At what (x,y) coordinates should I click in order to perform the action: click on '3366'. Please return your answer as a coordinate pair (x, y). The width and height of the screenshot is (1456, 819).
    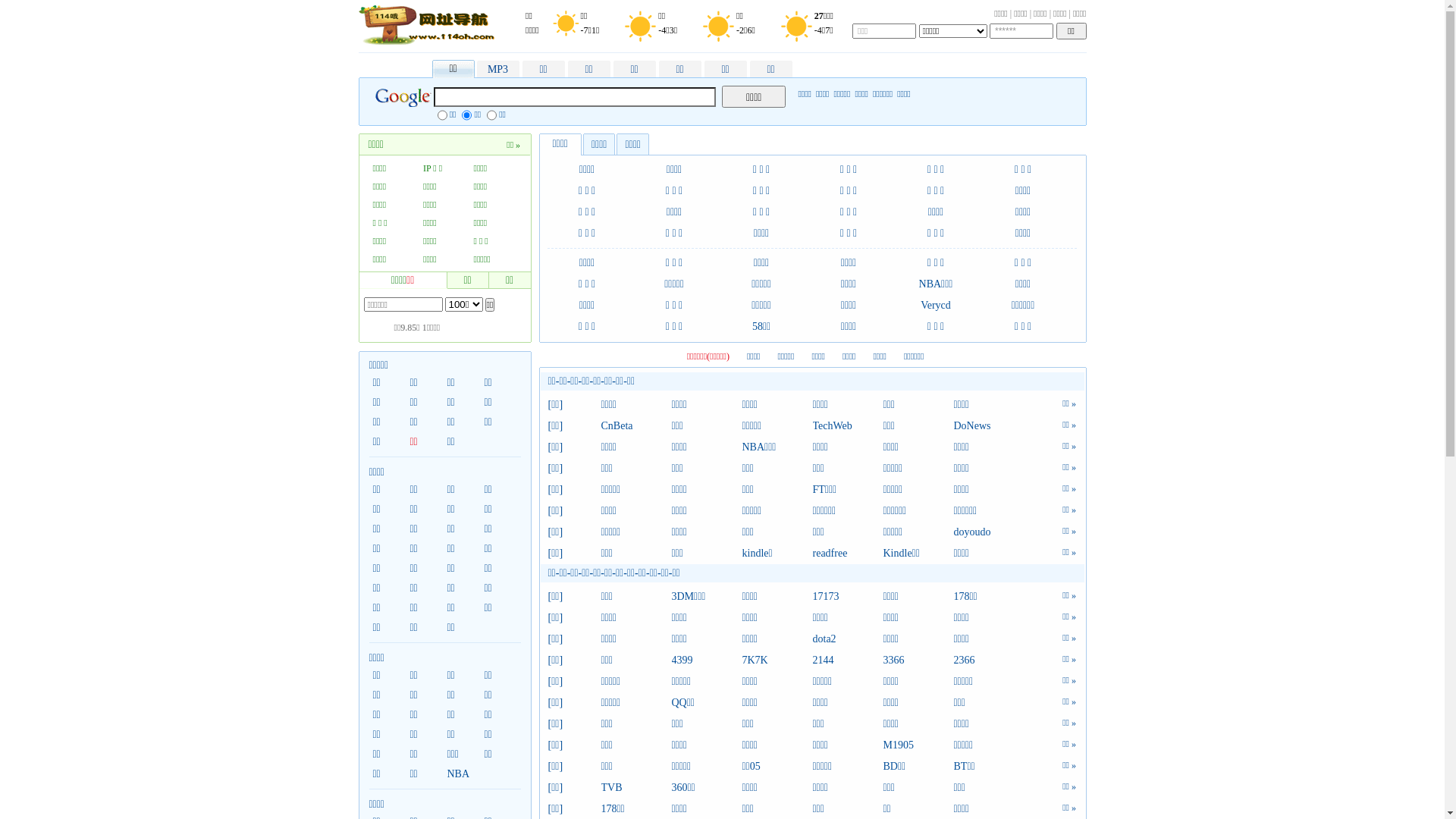
    Looking at the image, I should click on (917, 660).